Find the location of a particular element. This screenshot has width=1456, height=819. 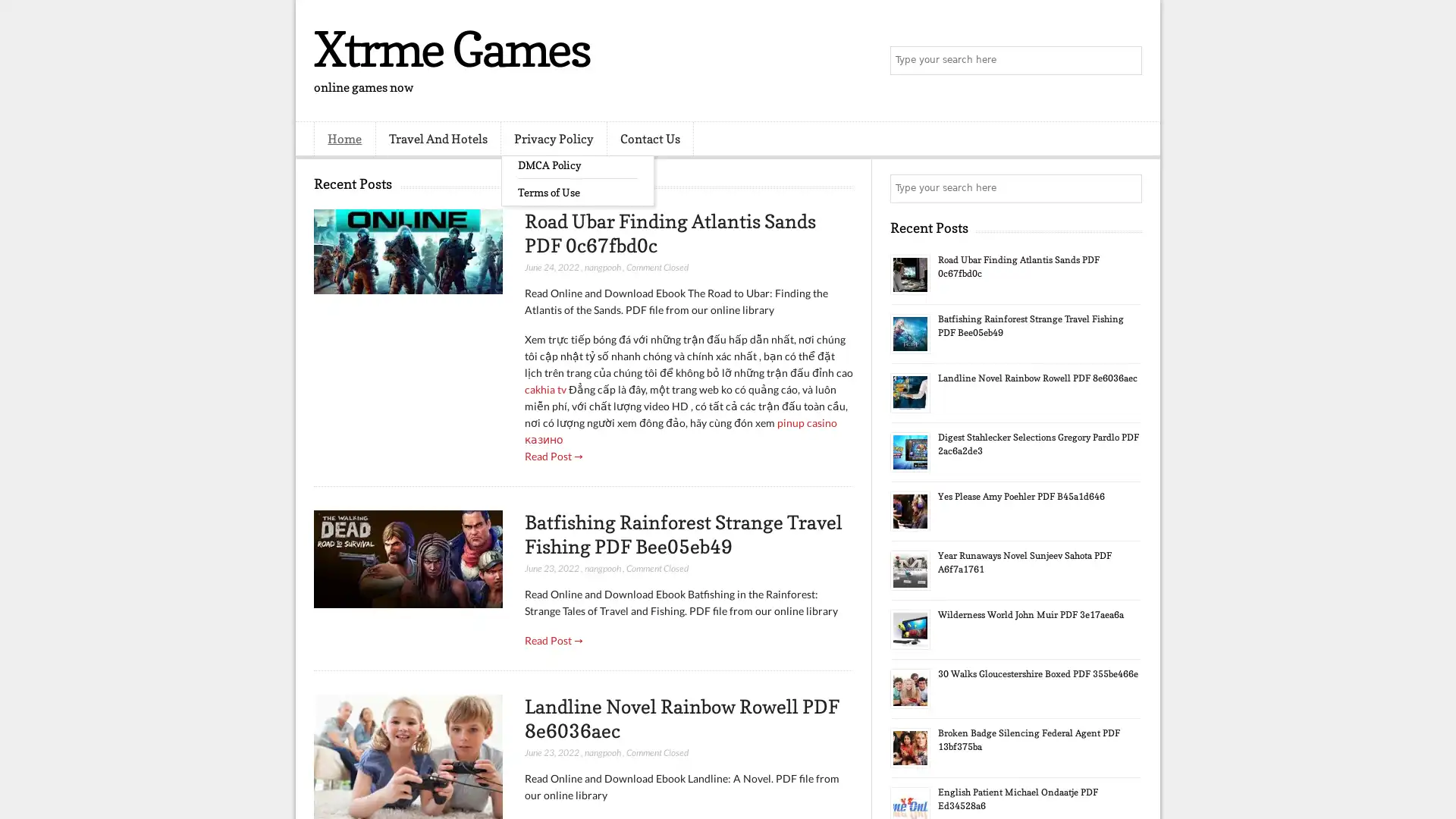

Search is located at coordinates (1126, 188).